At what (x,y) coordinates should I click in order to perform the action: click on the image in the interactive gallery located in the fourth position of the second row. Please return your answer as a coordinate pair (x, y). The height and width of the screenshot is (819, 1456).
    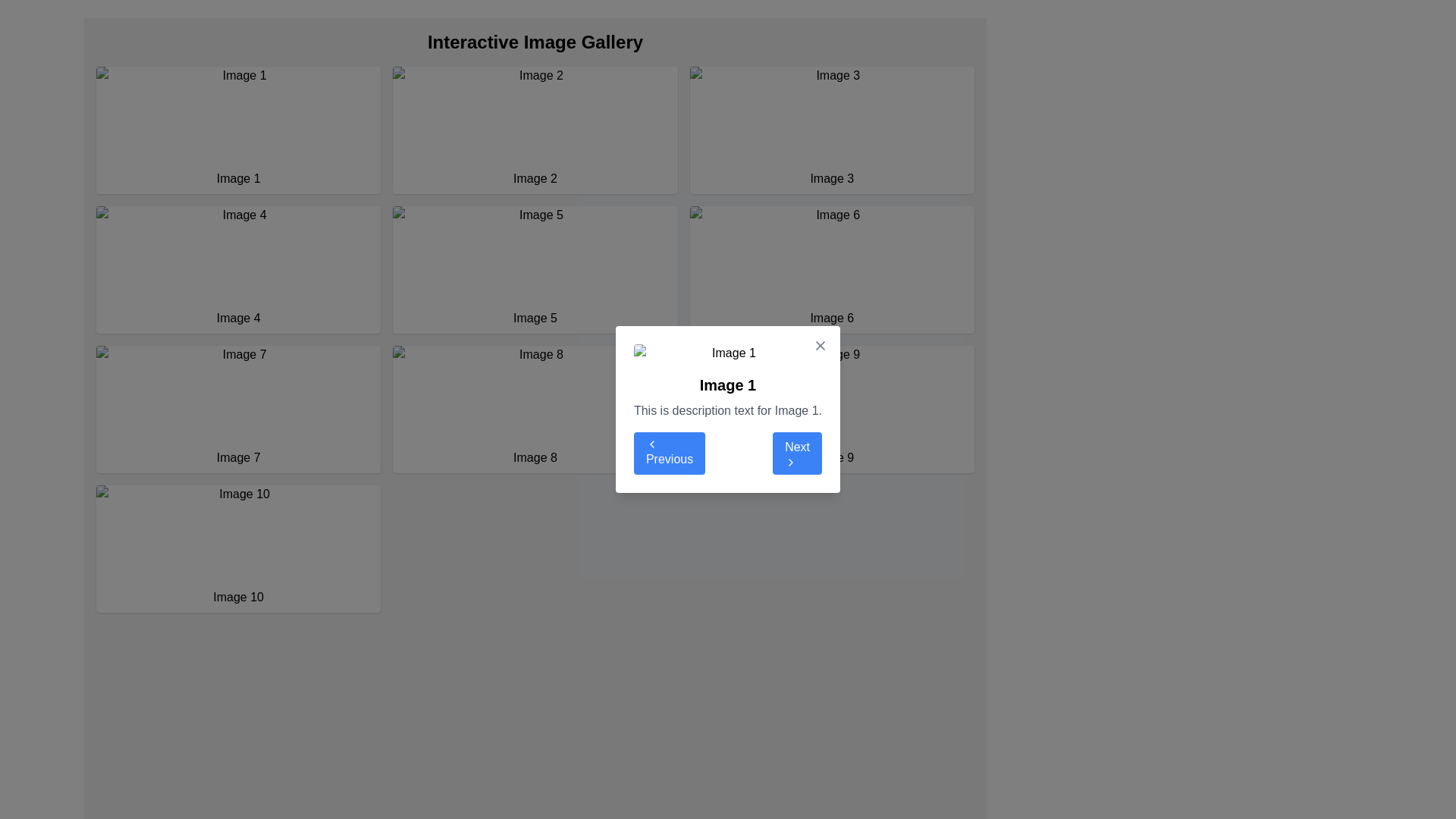
    Looking at the image, I should click on (535, 394).